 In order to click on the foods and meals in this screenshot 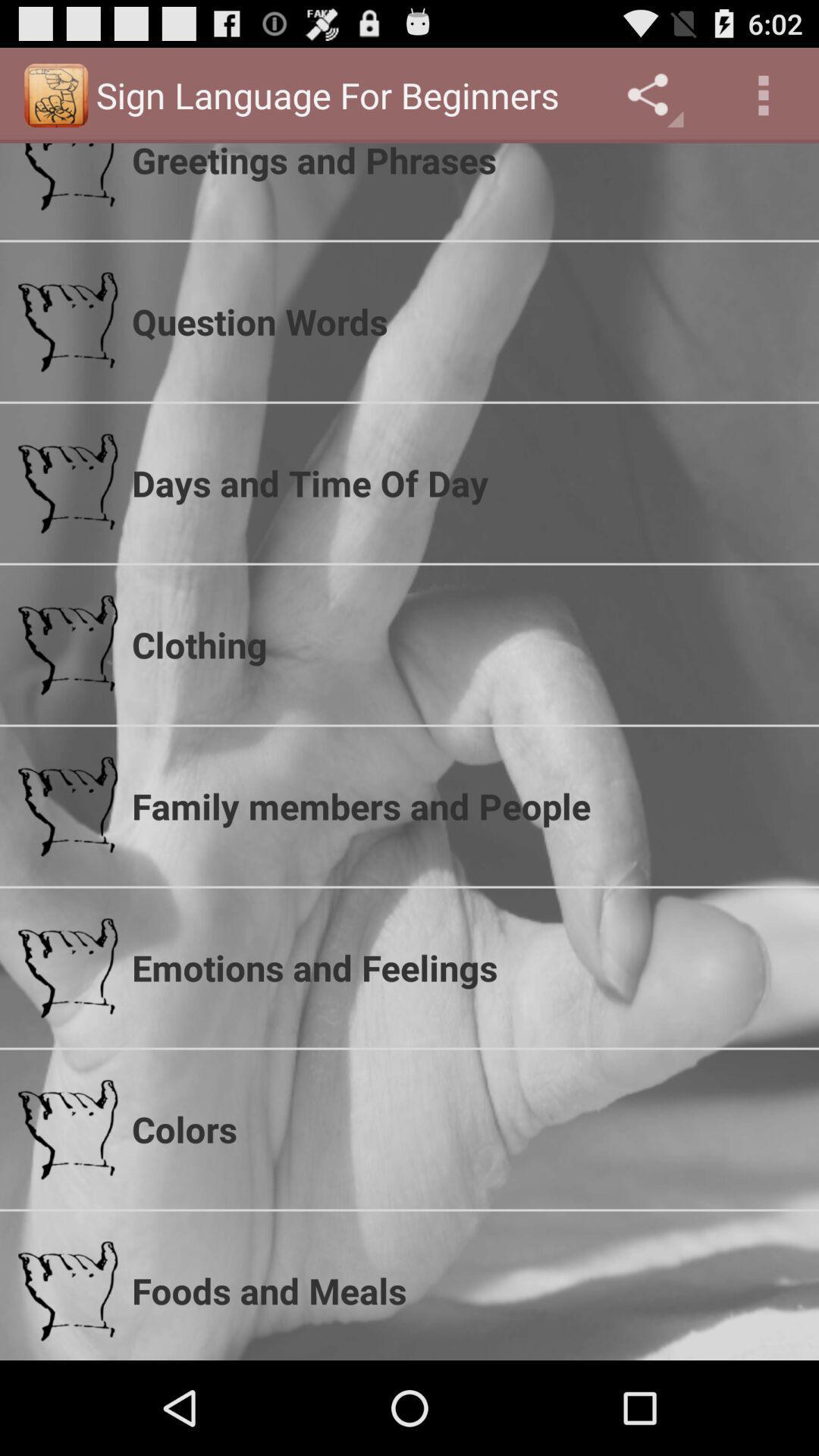, I will do `click(465, 1290)`.